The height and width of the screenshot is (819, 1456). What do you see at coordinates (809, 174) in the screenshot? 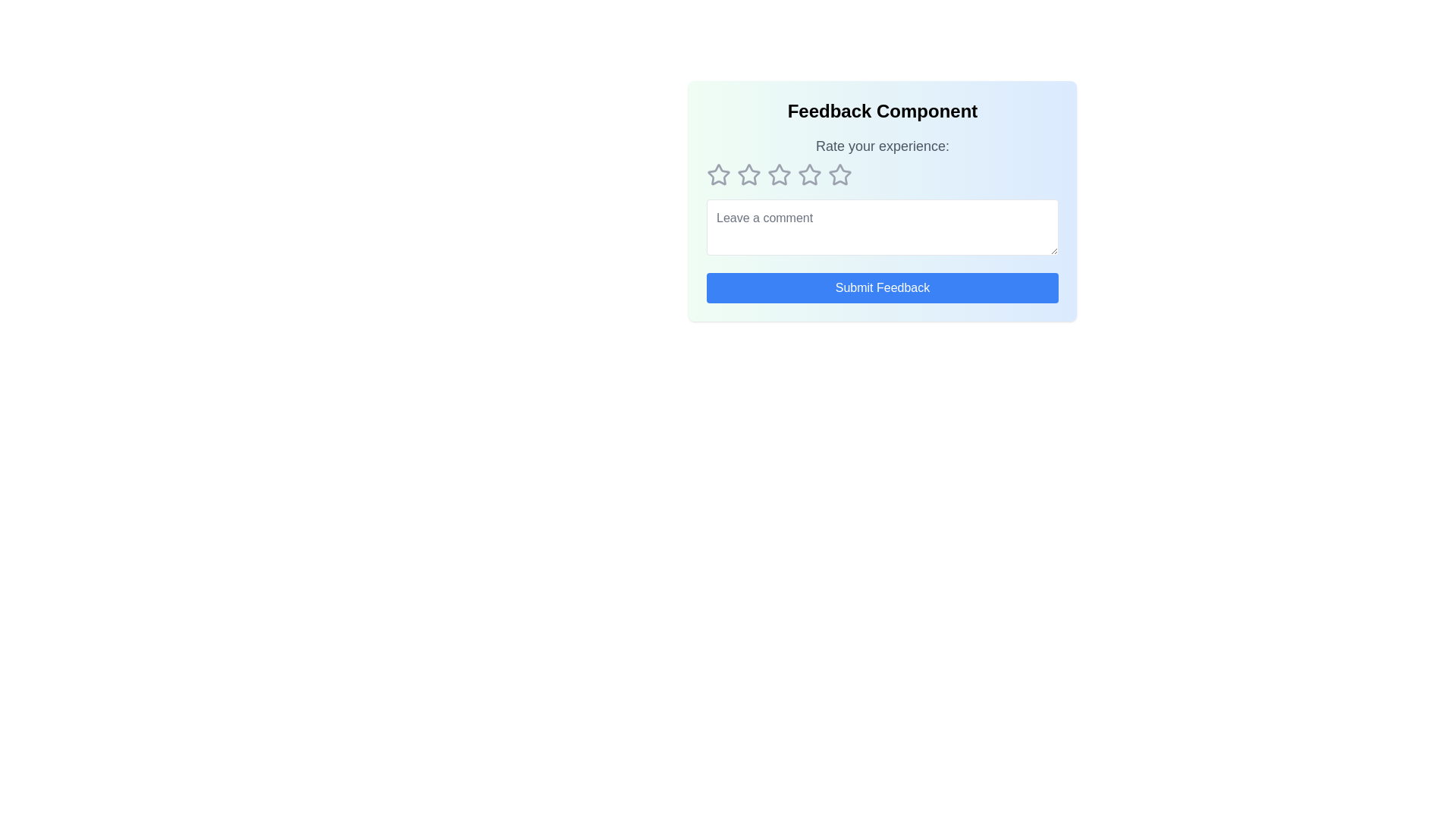
I see `the fourth star icon in the rating component, which allows users to select it as part of the rating input` at bounding box center [809, 174].